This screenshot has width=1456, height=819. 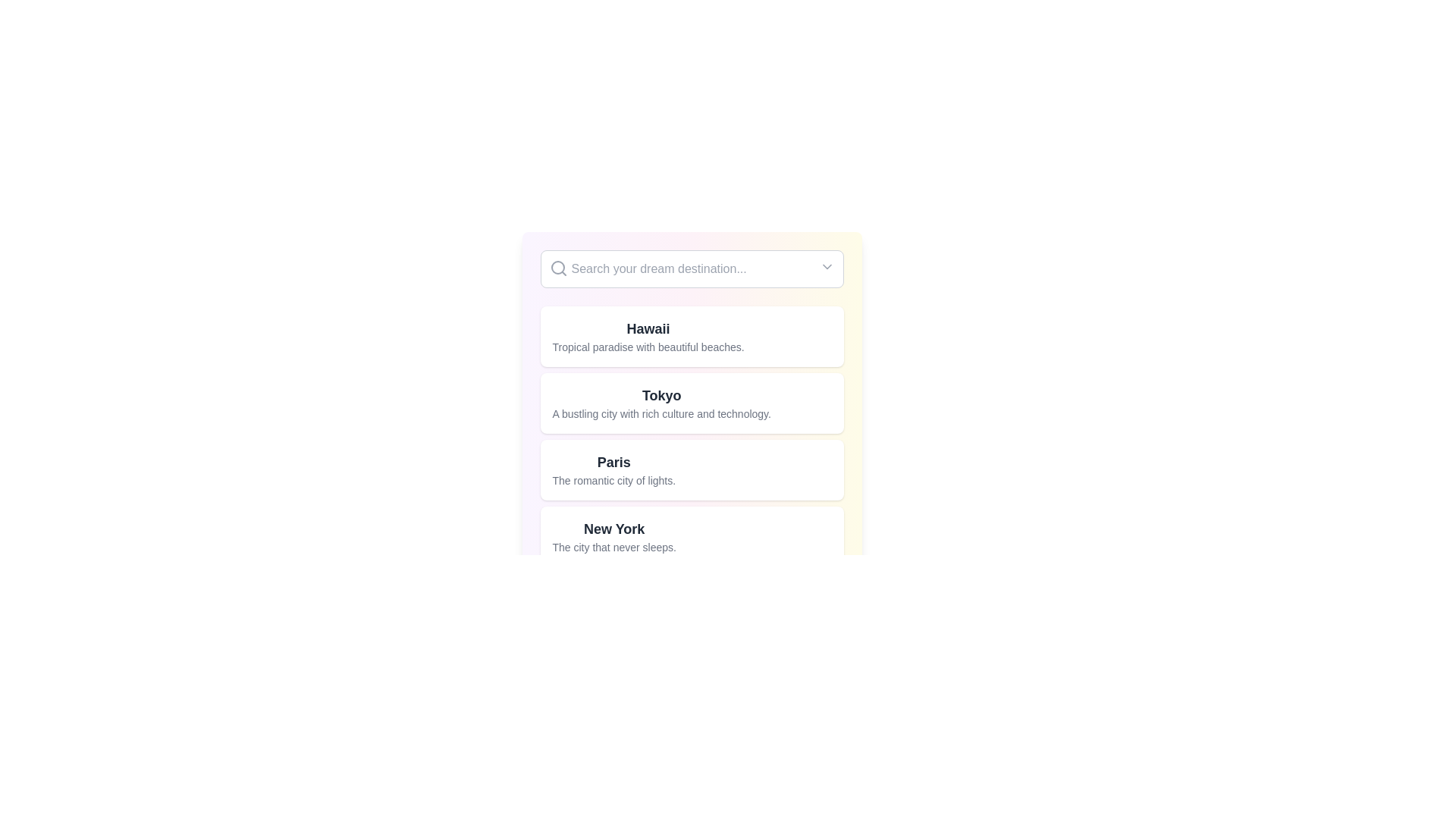 What do you see at coordinates (613, 480) in the screenshot?
I see `the text element that states 'The romantic city of lights.' which is styled in gray and positioned under the main heading 'Paris'` at bounding box center [613, 480].